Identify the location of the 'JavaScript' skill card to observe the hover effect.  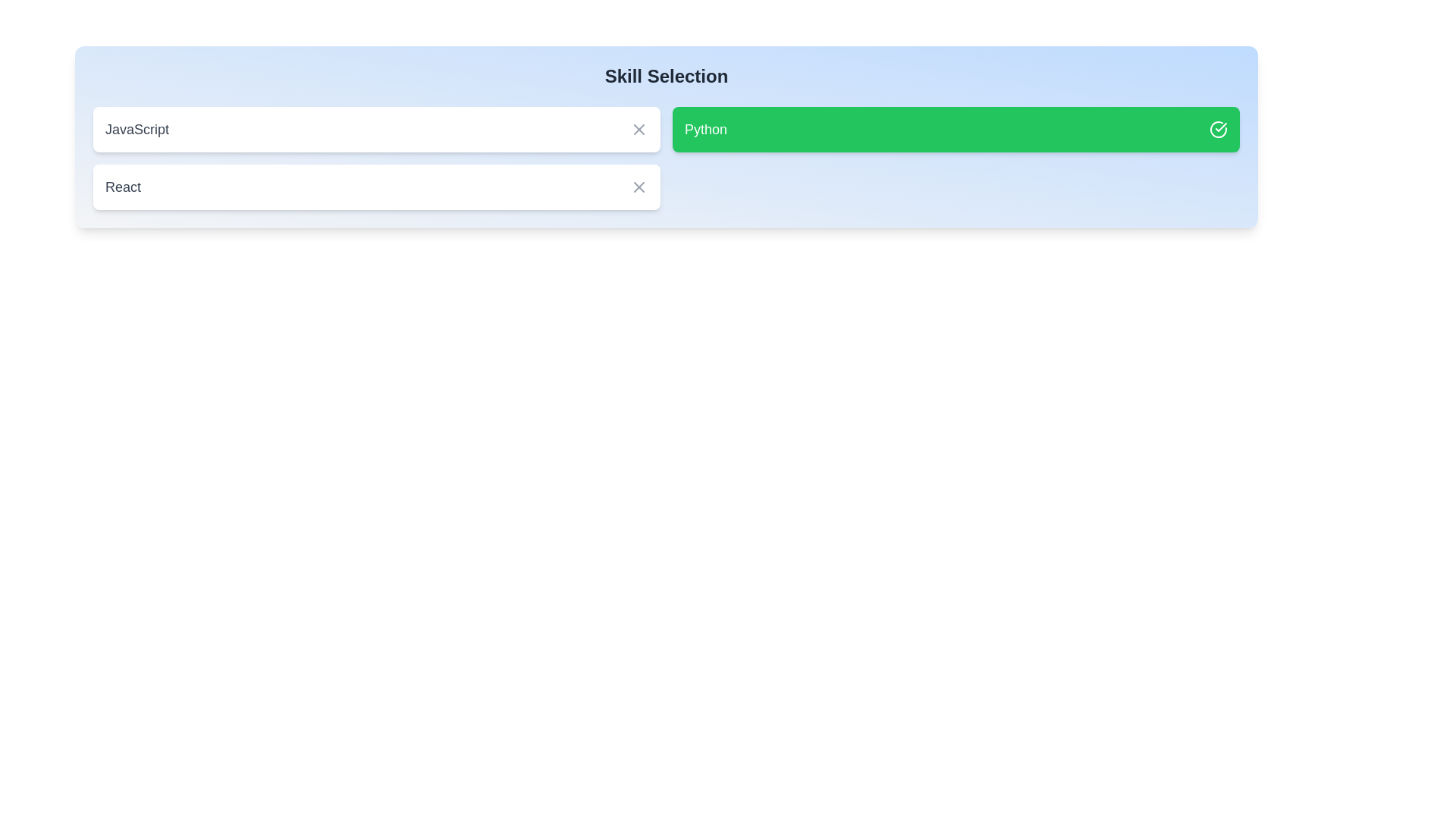
(377, 128).